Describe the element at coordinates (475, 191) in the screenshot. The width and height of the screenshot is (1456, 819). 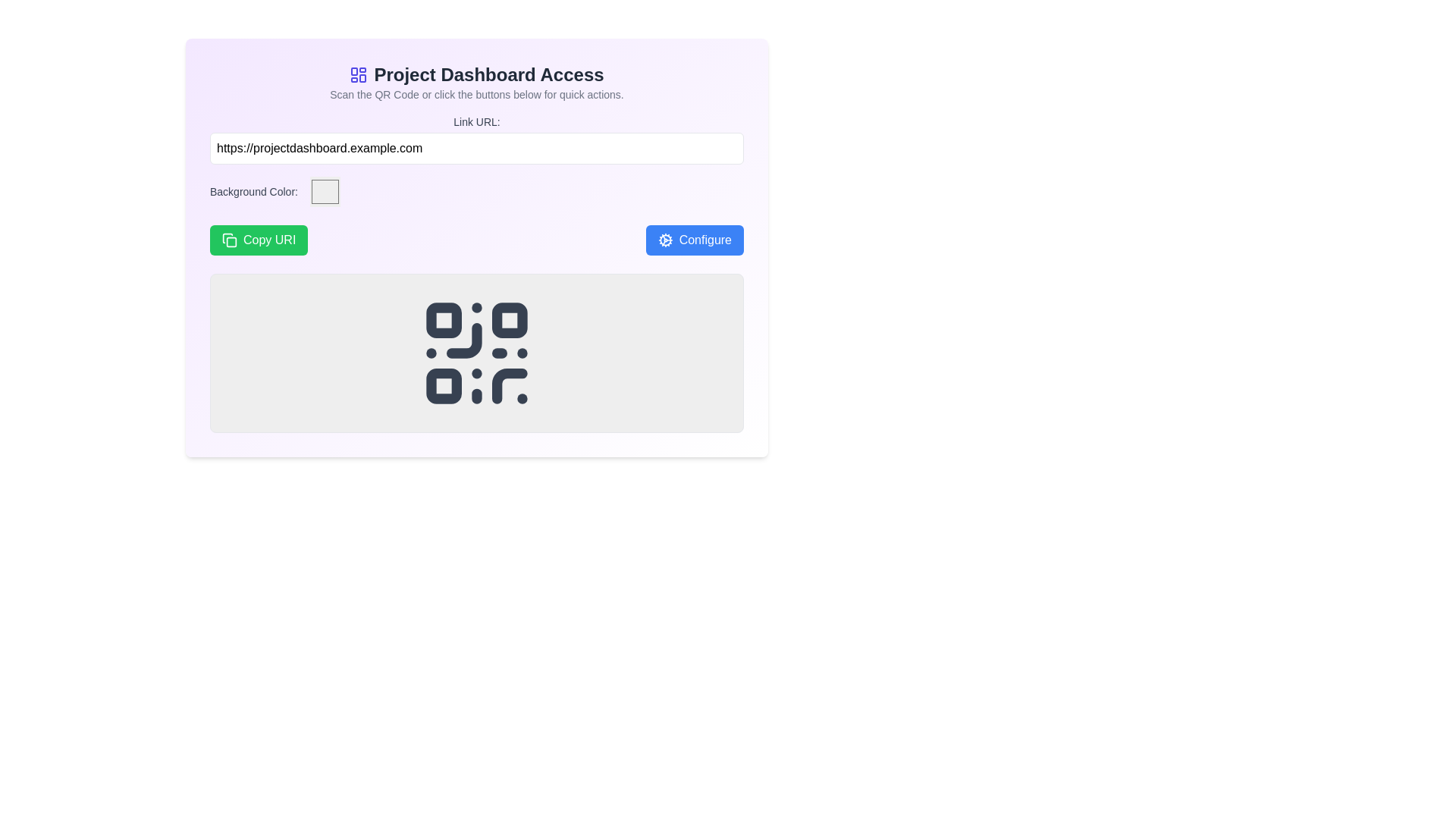
I see `the color picker input located in the middle section of the interface, under the 'Link URL:' input field` at that location.